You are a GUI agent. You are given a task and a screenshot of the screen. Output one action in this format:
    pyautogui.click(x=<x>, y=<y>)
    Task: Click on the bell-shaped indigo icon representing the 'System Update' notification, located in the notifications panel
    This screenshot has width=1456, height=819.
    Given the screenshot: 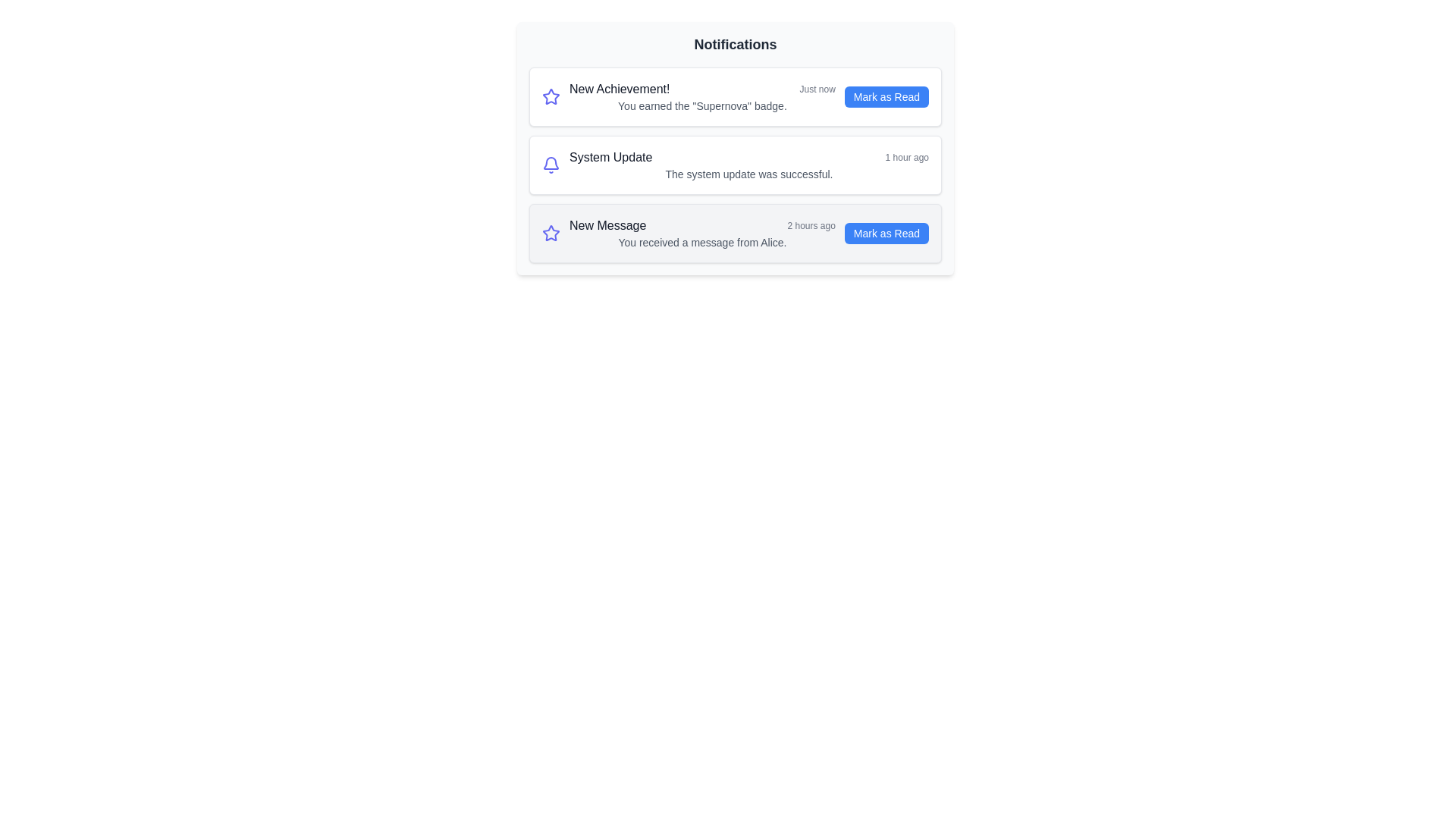 What is the action you would take?
    pyautogui.click(x=550, y=165)
    